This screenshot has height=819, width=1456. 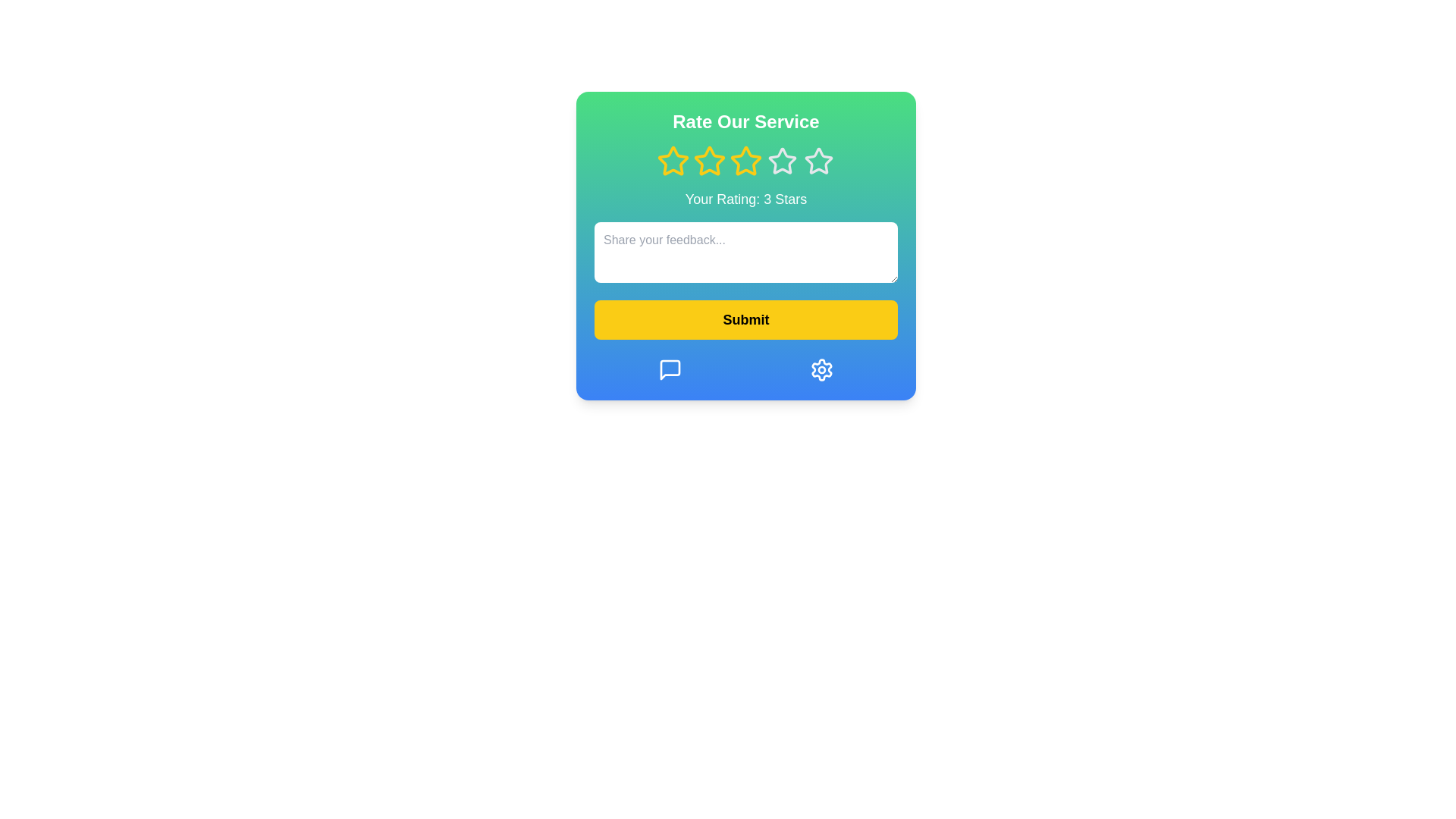 I want to click on the first star in the horizontal arrangement of rating stars located beneath the heading 'Rate Our Service' to rate this as one star, so click(x=673, y=161).